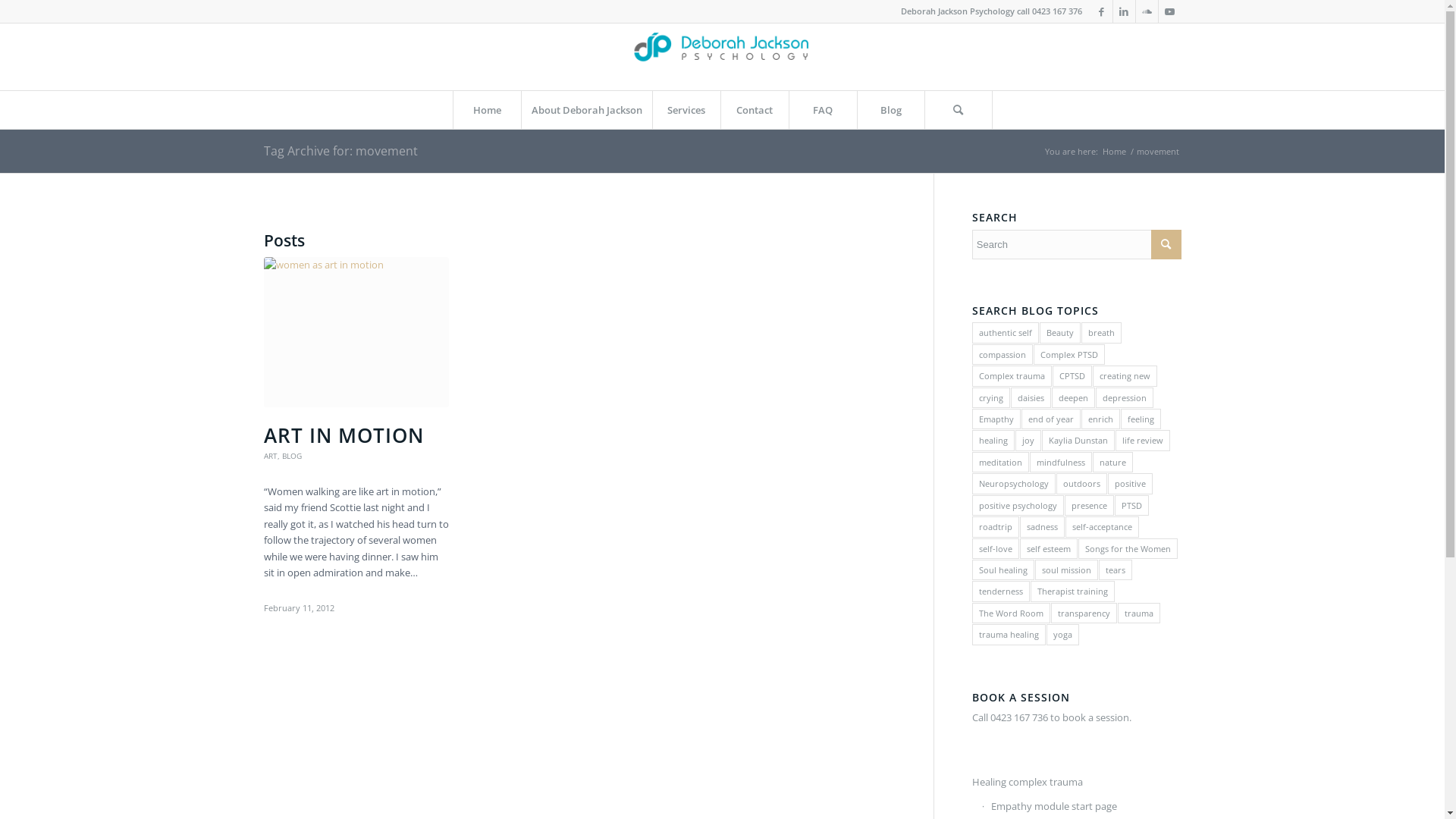 The image size is (1456, 819). What do you see at coordinates (1130, 483) in the screenshot?
I see `'positive'` at bounding box center [1130, 483].